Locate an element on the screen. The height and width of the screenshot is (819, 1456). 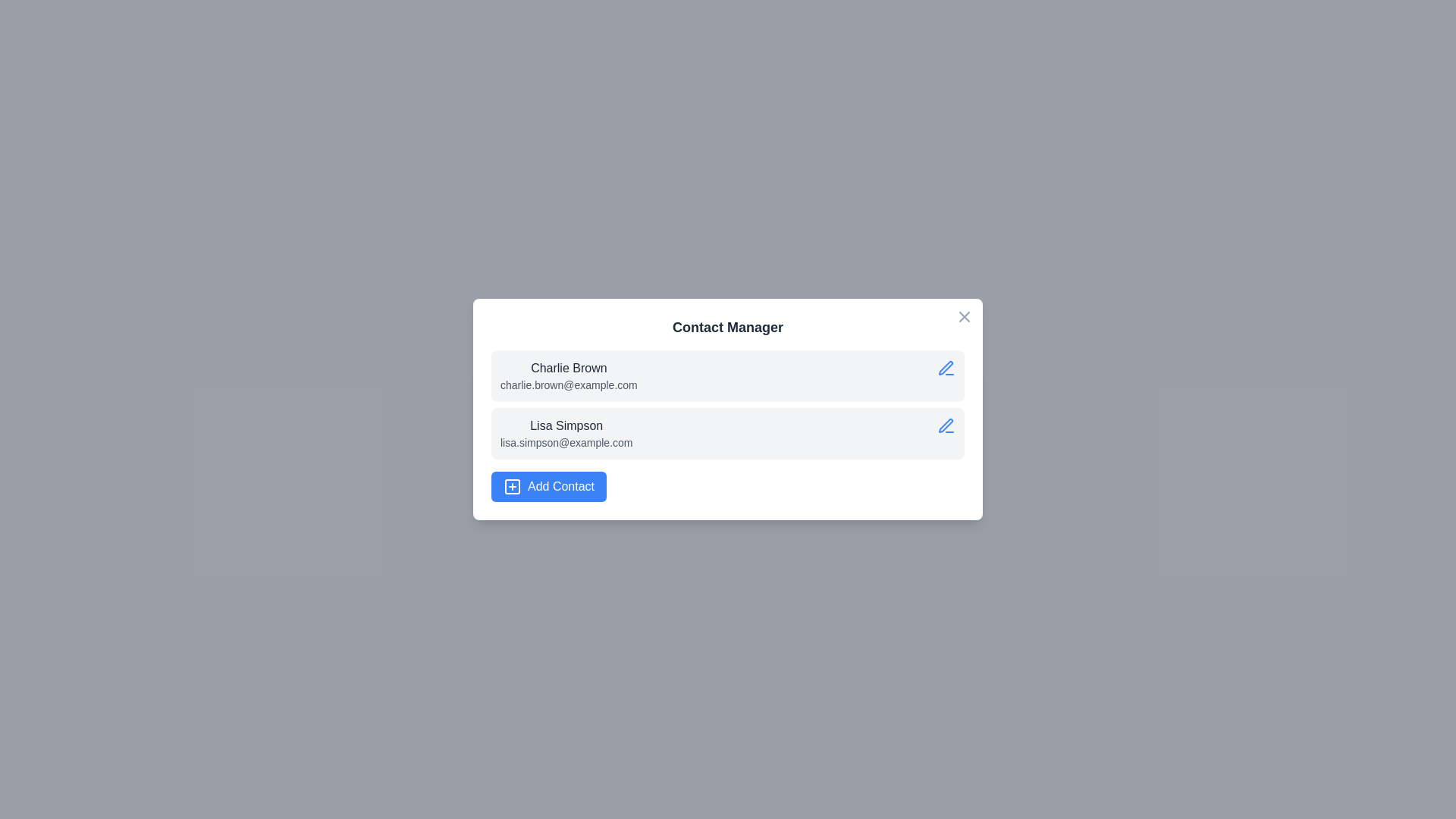
the 'X' button at the top-right corner of the dialog to close it is located at coordinates (964, 315).